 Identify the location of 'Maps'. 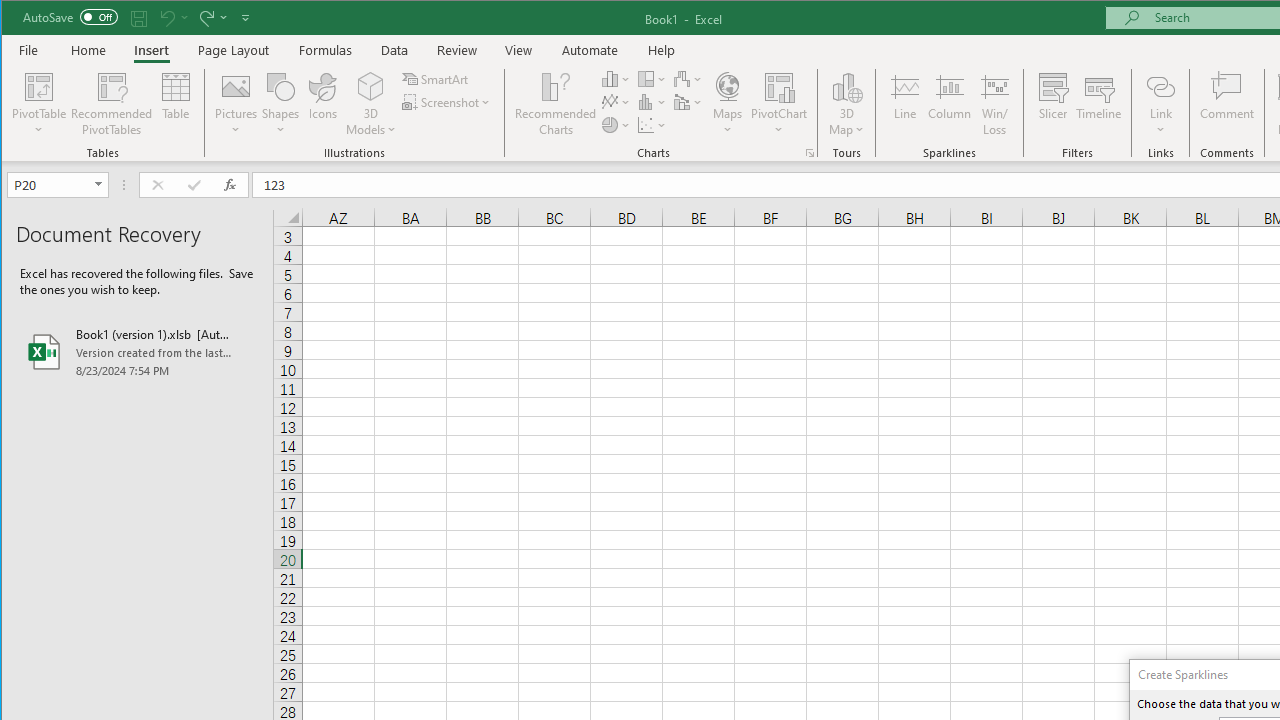
(726, 104).